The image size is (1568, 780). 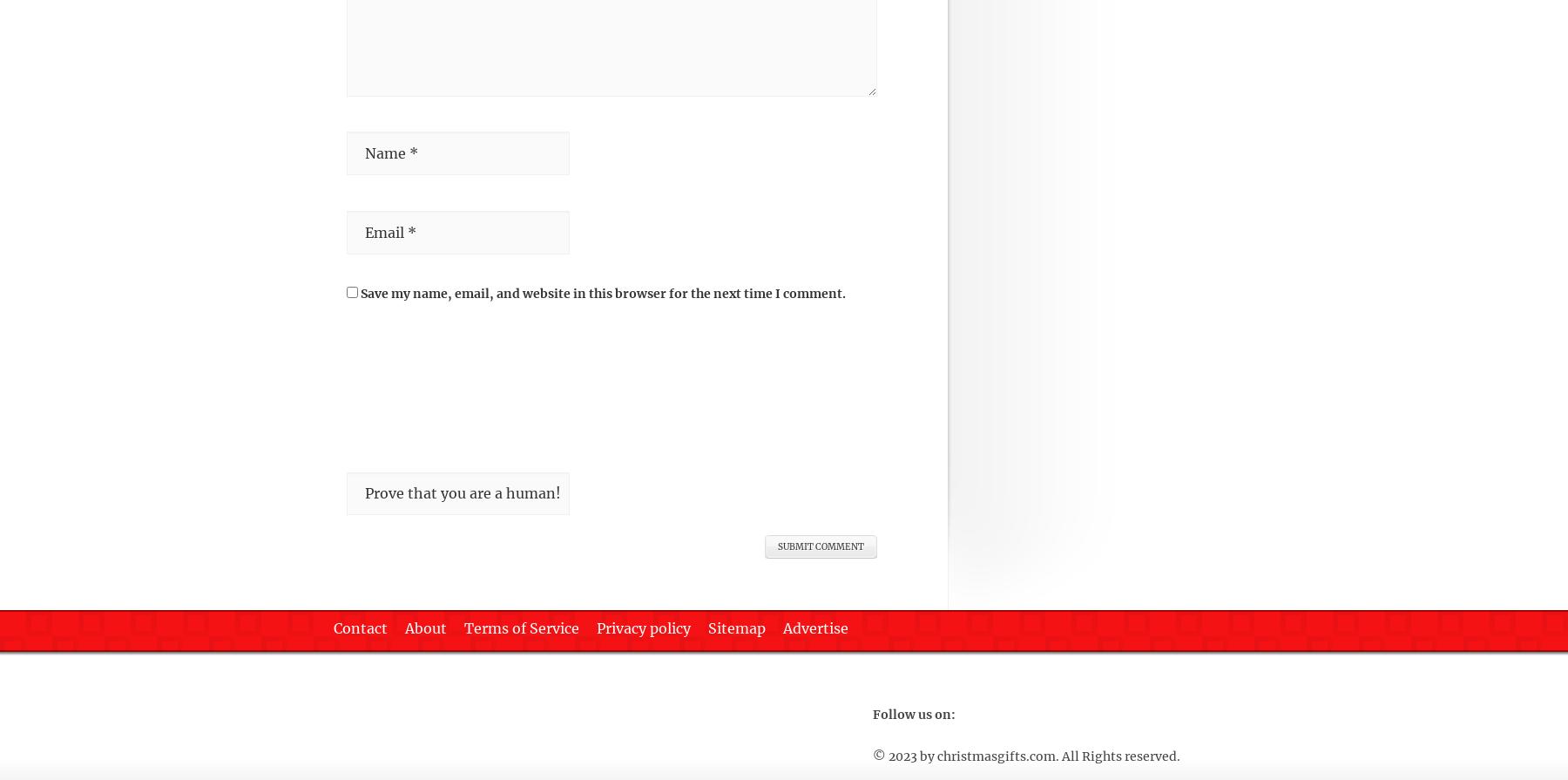 I want to click on 'About', so click(x=425, y=627).